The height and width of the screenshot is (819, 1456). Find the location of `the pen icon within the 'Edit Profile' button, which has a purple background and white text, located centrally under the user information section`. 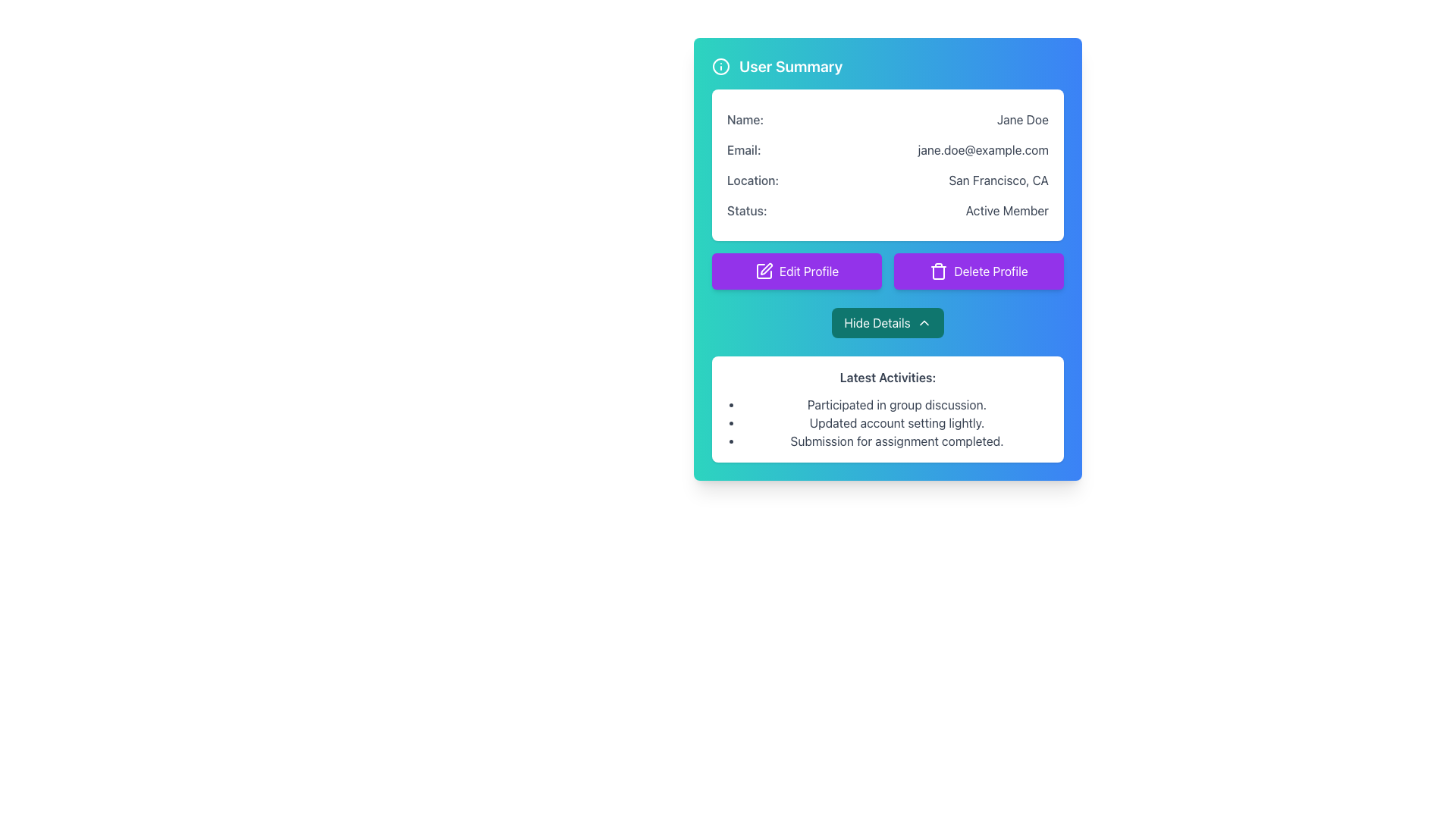

the pen icon within the 'Edit Profile' button, which has a purple background and white text, located centrally under the user information section is located at coordinates (764, 271).